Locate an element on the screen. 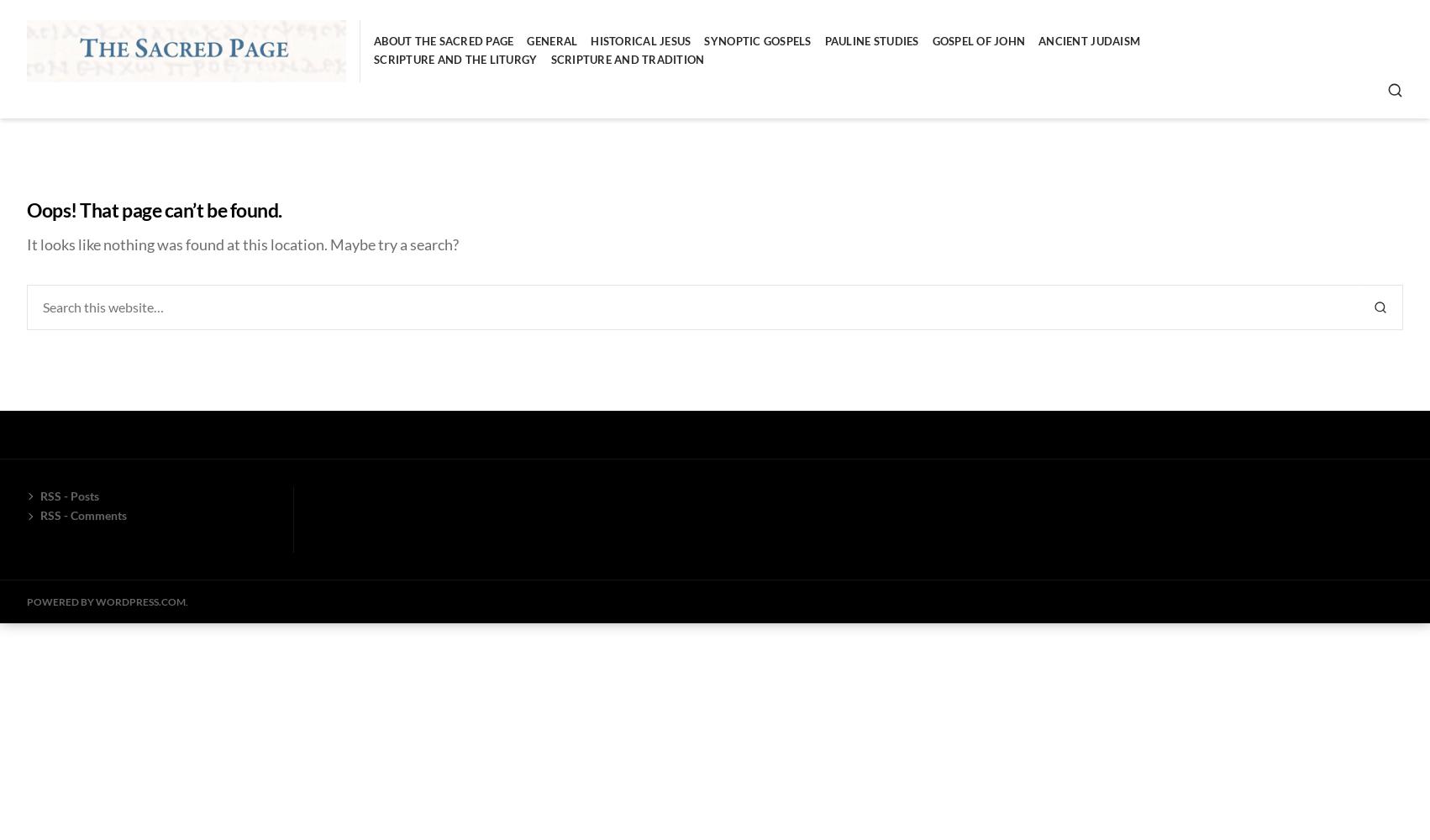 This screenshot has height=840, width=1430. 'Gospel of John' is located at coordinates (978, 41).